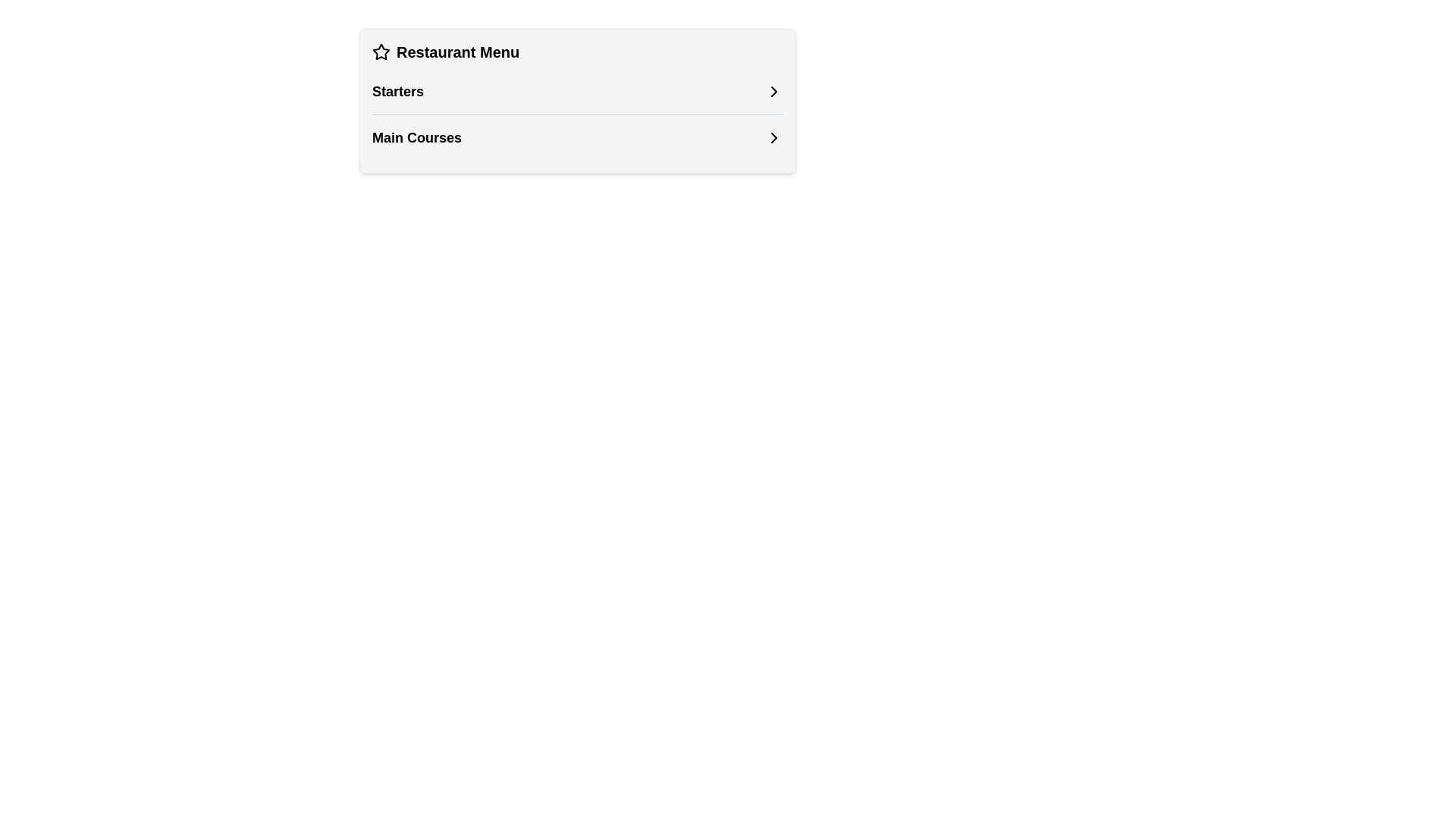 This screenshot has width=1456, height=819. Describe the element at coordinates (774, 91) in the screenshot. I see `the right-facing chevron icon located in the top-right corner of the 'Restaurant Menu' item` at that location.